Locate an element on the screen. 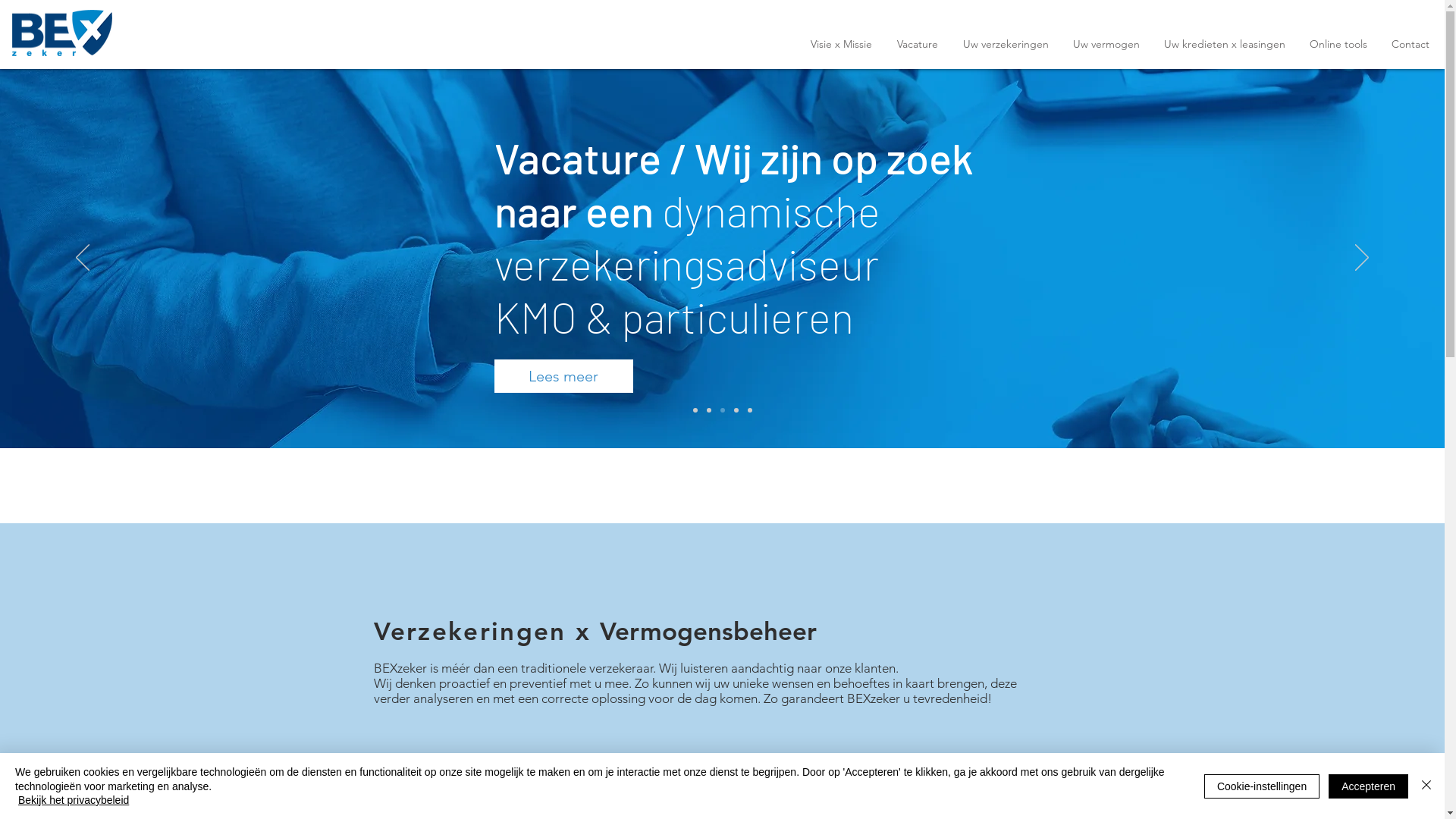  'Bekijk het privacybeleid' is located at coordinates (18, 799).